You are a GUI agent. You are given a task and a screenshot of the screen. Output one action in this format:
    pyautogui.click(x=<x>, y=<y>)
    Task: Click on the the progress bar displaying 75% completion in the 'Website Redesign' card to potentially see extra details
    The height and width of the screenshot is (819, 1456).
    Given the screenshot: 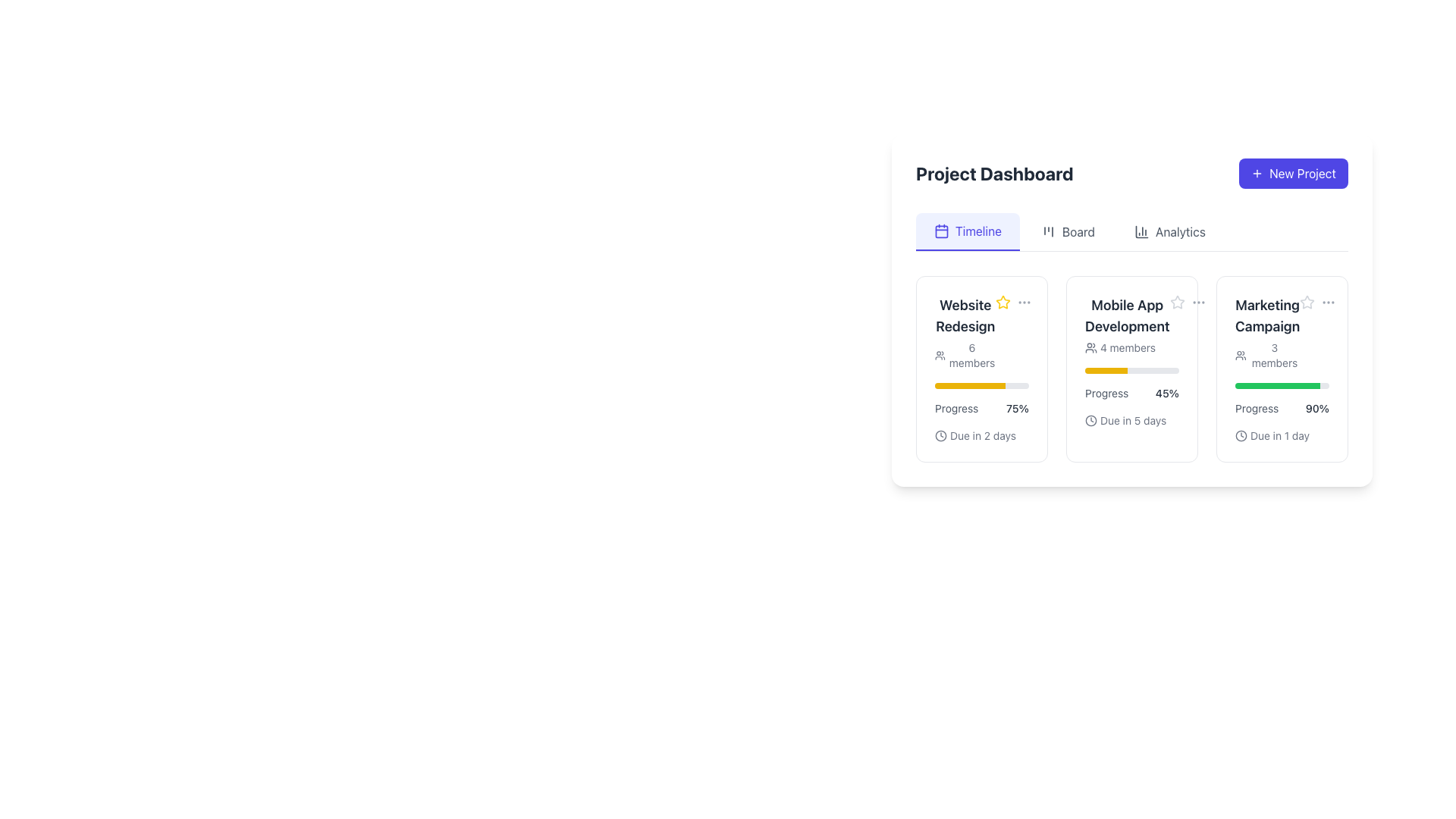 What is the action you would take?
    pyautogui.click(x=982, y=413)
    